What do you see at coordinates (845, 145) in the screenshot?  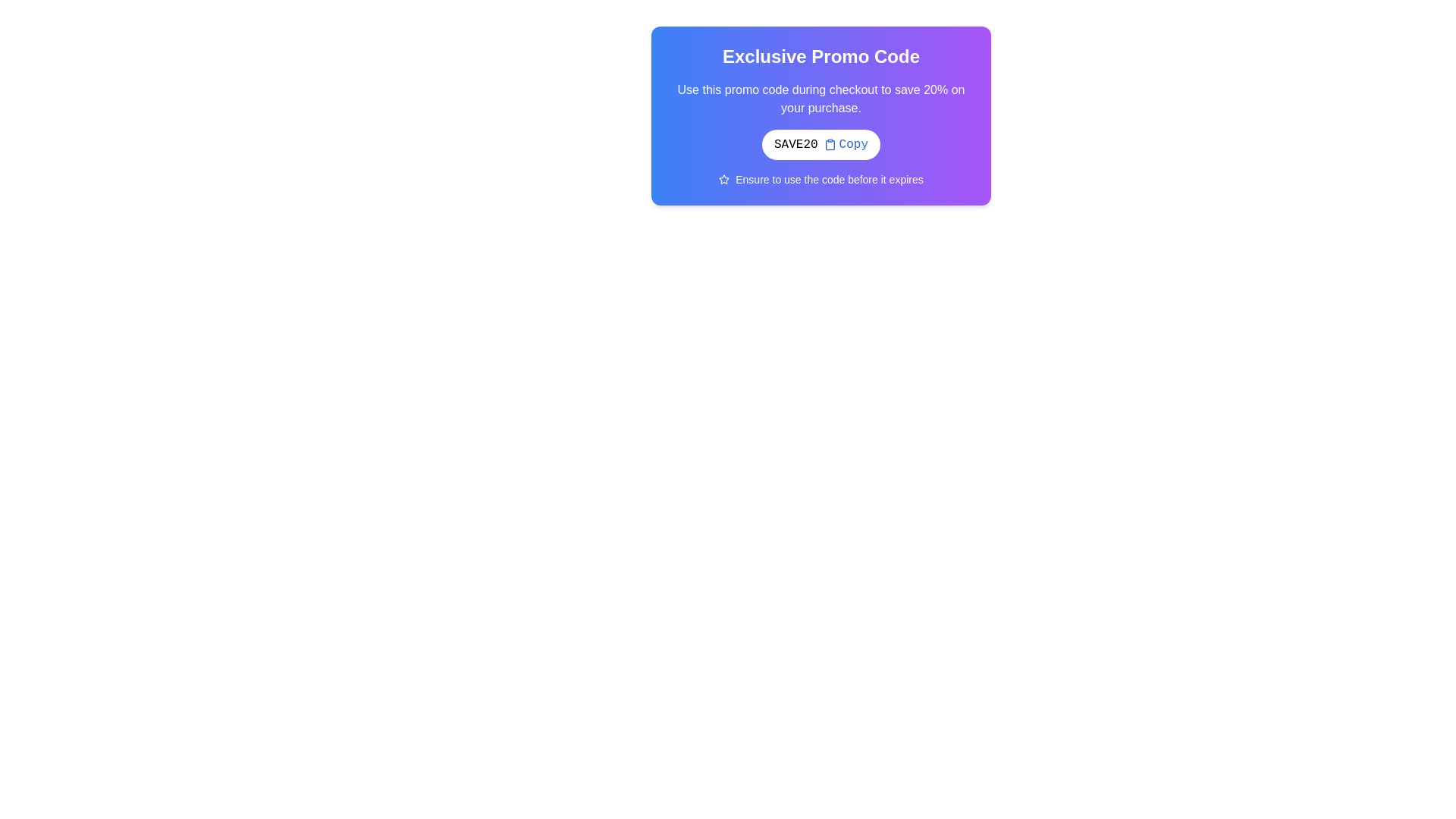 I see `the button that enables users to copy the promo code 'SAVE20' to the clipboard` at bounding box center [845, 145].